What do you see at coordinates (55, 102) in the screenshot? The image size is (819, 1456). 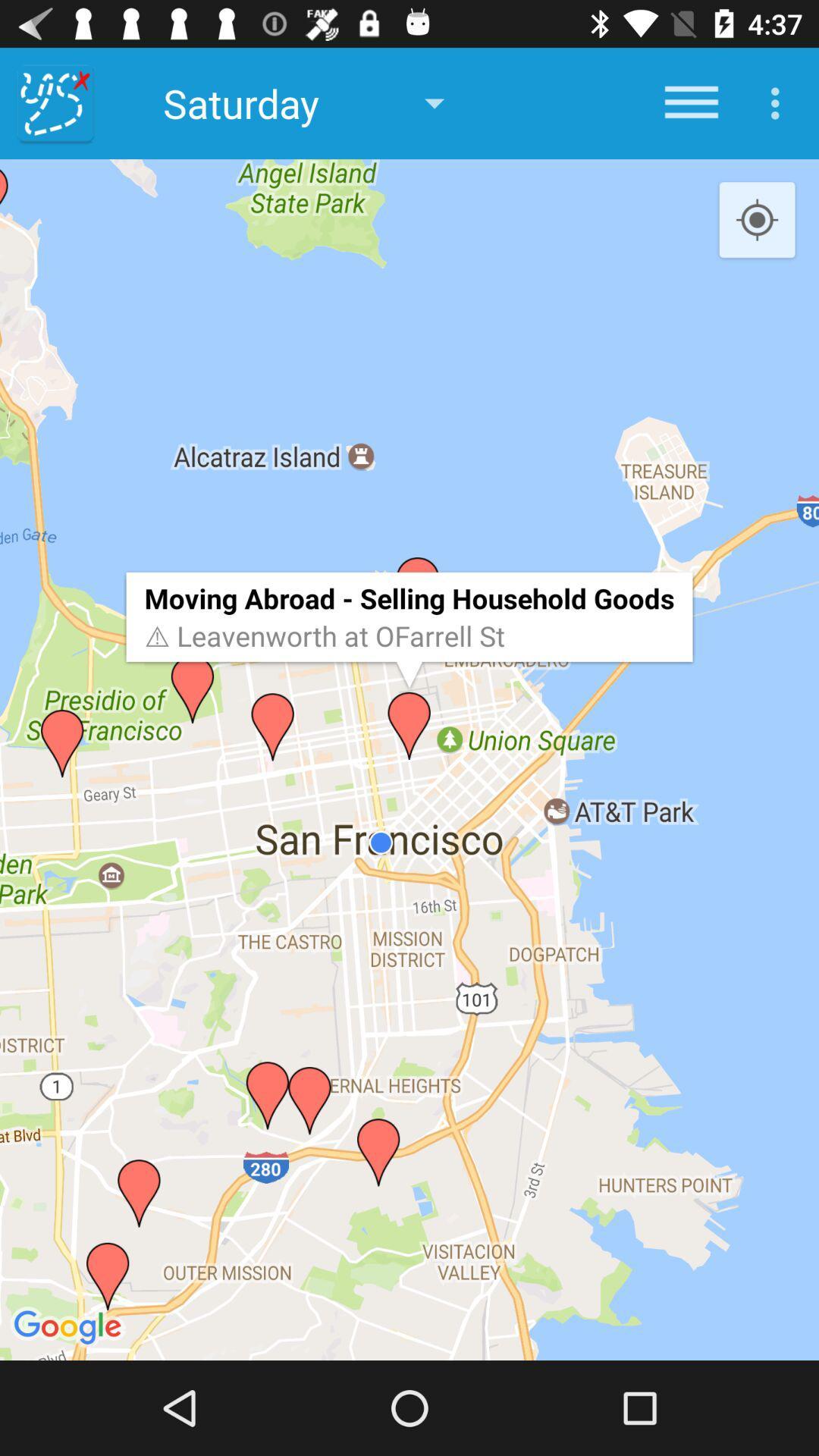 I see `rout map` at bounding box center [55, 102].